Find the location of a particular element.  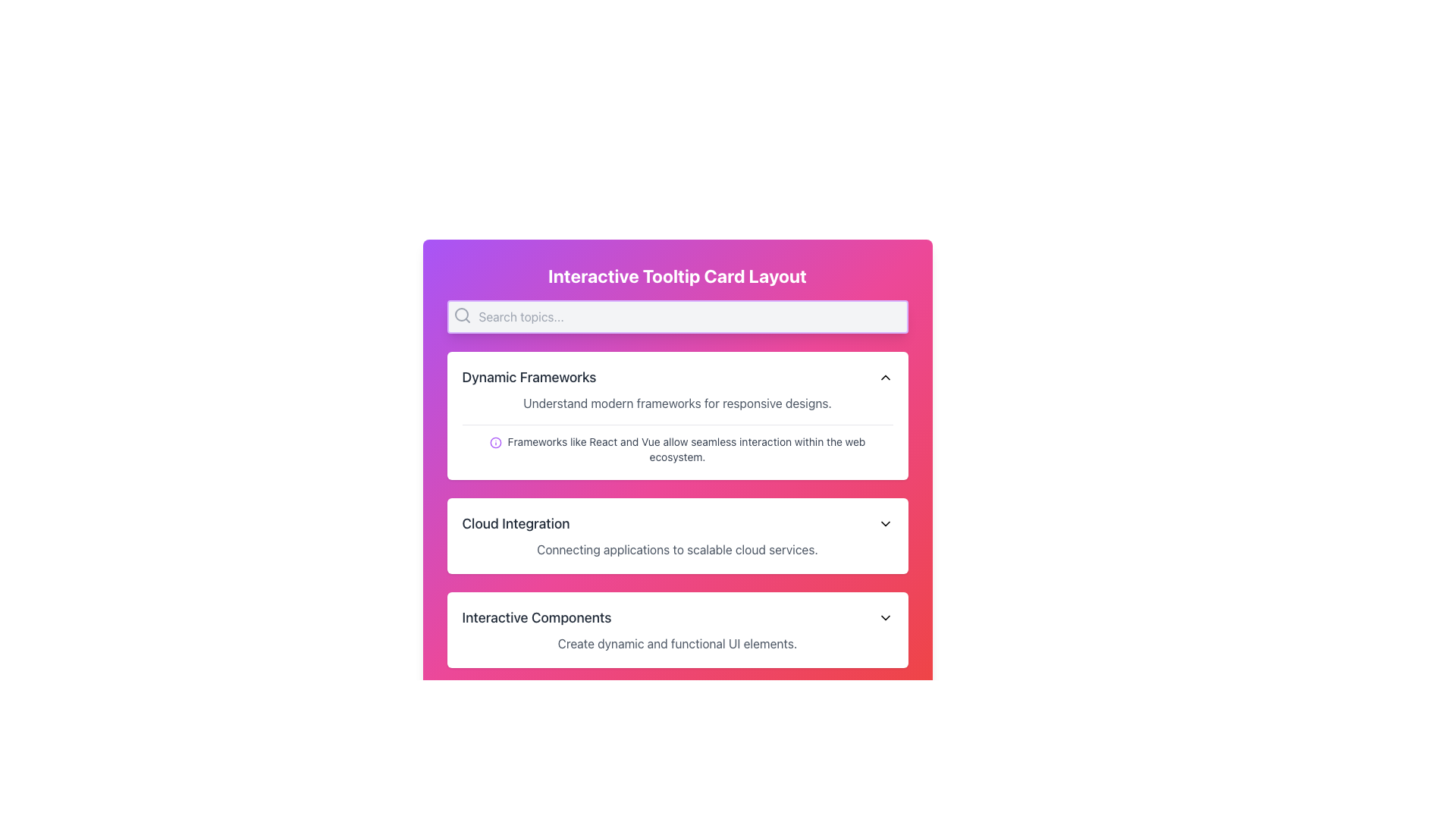

the chevron icon at the far-right side of the panel is located at coordinates (885, 617).